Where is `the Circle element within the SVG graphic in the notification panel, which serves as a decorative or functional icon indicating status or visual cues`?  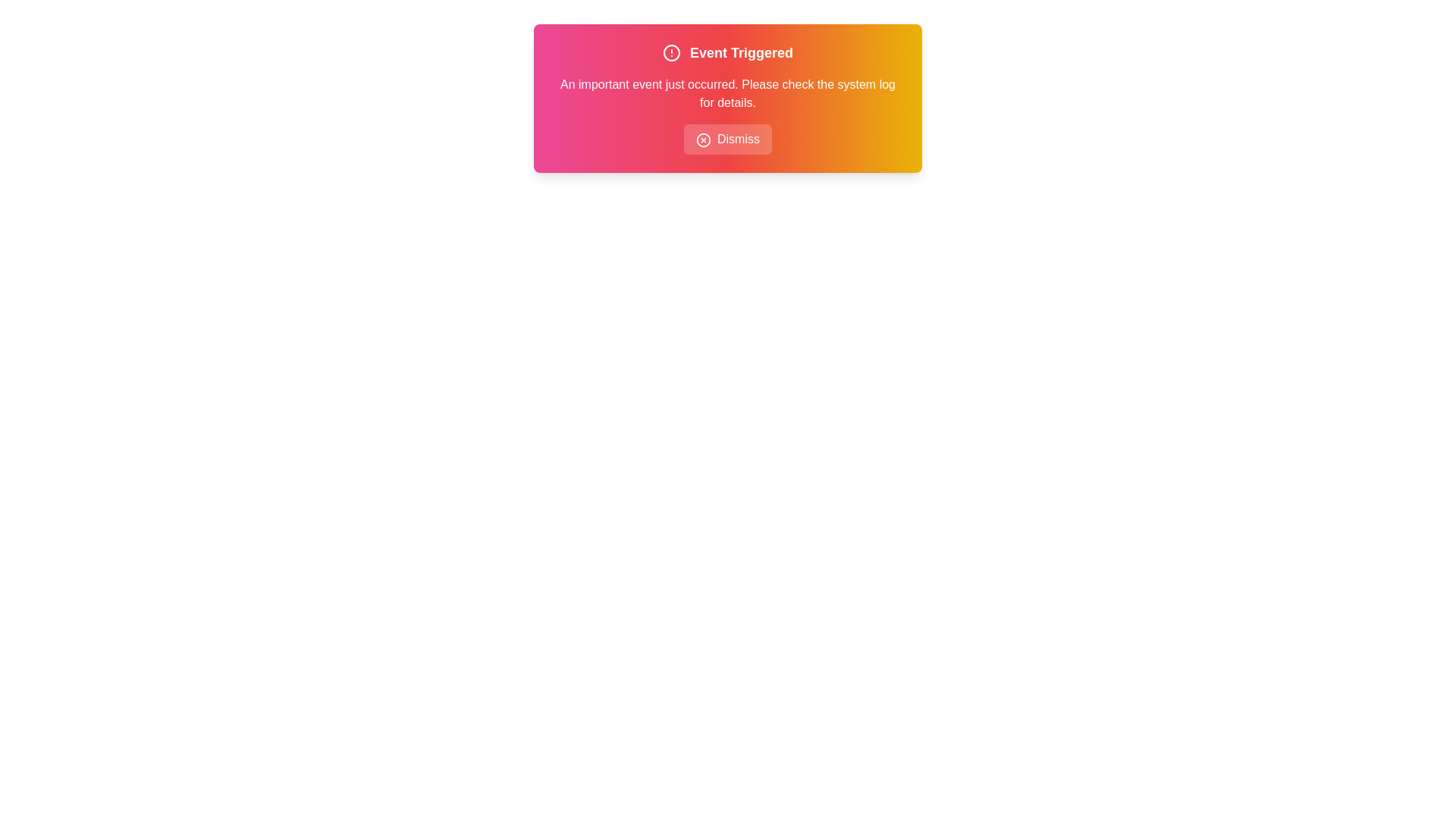 the Circle element within the SVG graphic in the notification panel, which serves as a decorative or functional icon indicating status or visual cues is located at coordinates (702, 140).